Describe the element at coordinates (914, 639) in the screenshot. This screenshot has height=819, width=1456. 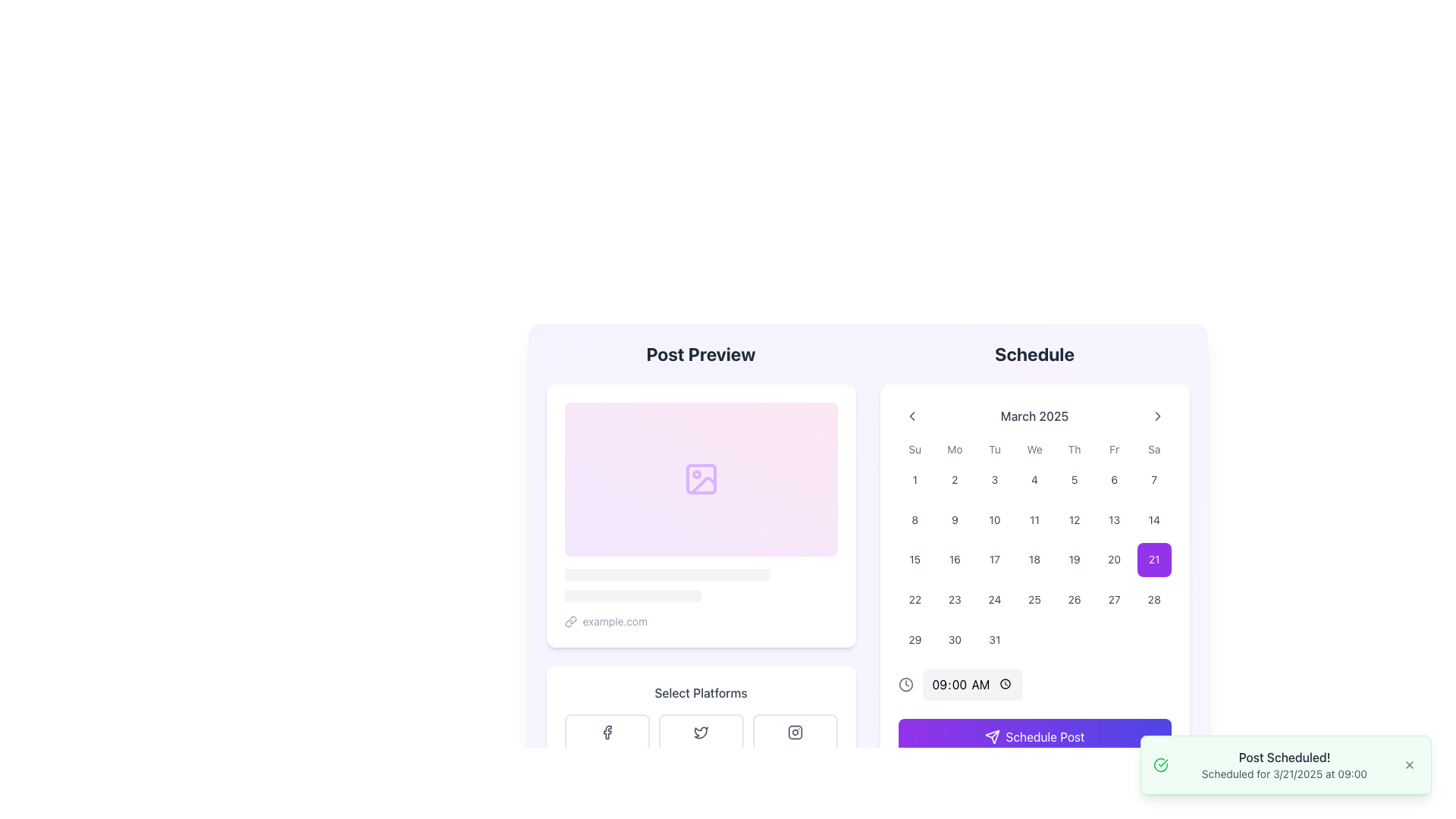
I see `the interactive calendar date button displaying the number '29', located in the first column of the second-to-last row in a 7-column grid within the March 2025 calendar interface, for potential visual feedback` at that location.